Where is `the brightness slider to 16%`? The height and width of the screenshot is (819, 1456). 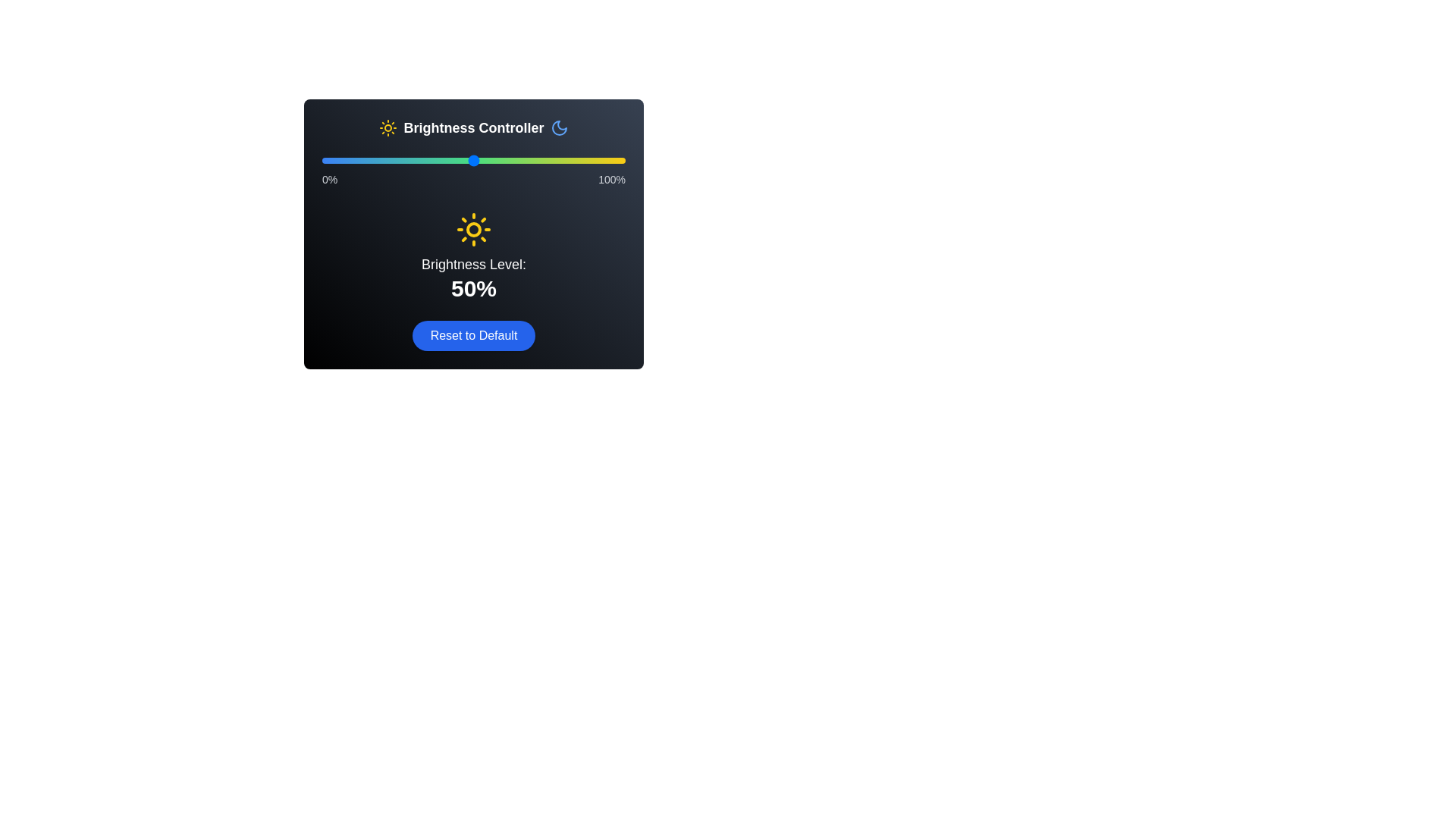 the brightness slider to 16% is located at coordinates (371, 161).